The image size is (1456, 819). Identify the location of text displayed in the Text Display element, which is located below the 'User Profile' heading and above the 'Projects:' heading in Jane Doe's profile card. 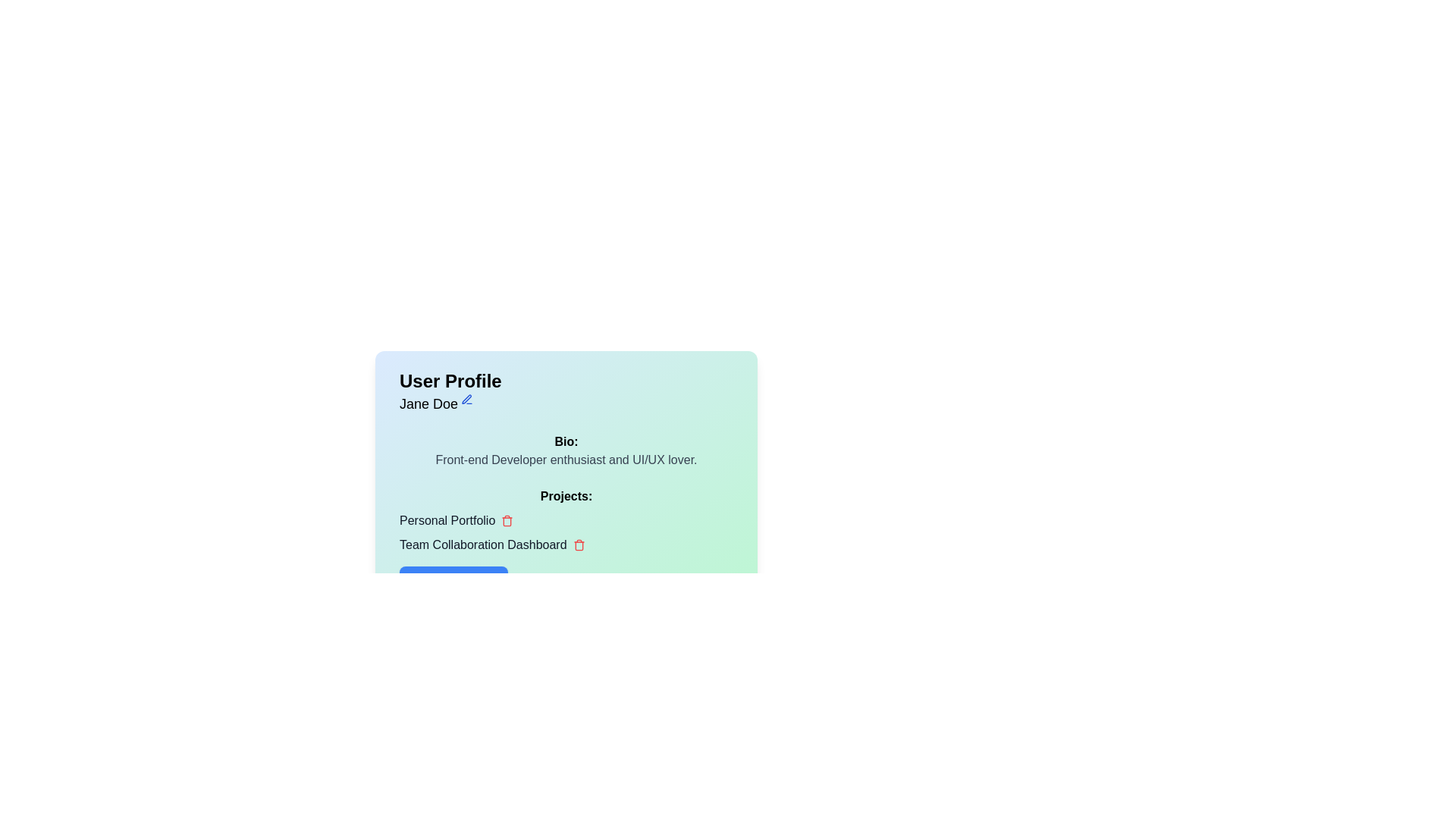
(566, 450).